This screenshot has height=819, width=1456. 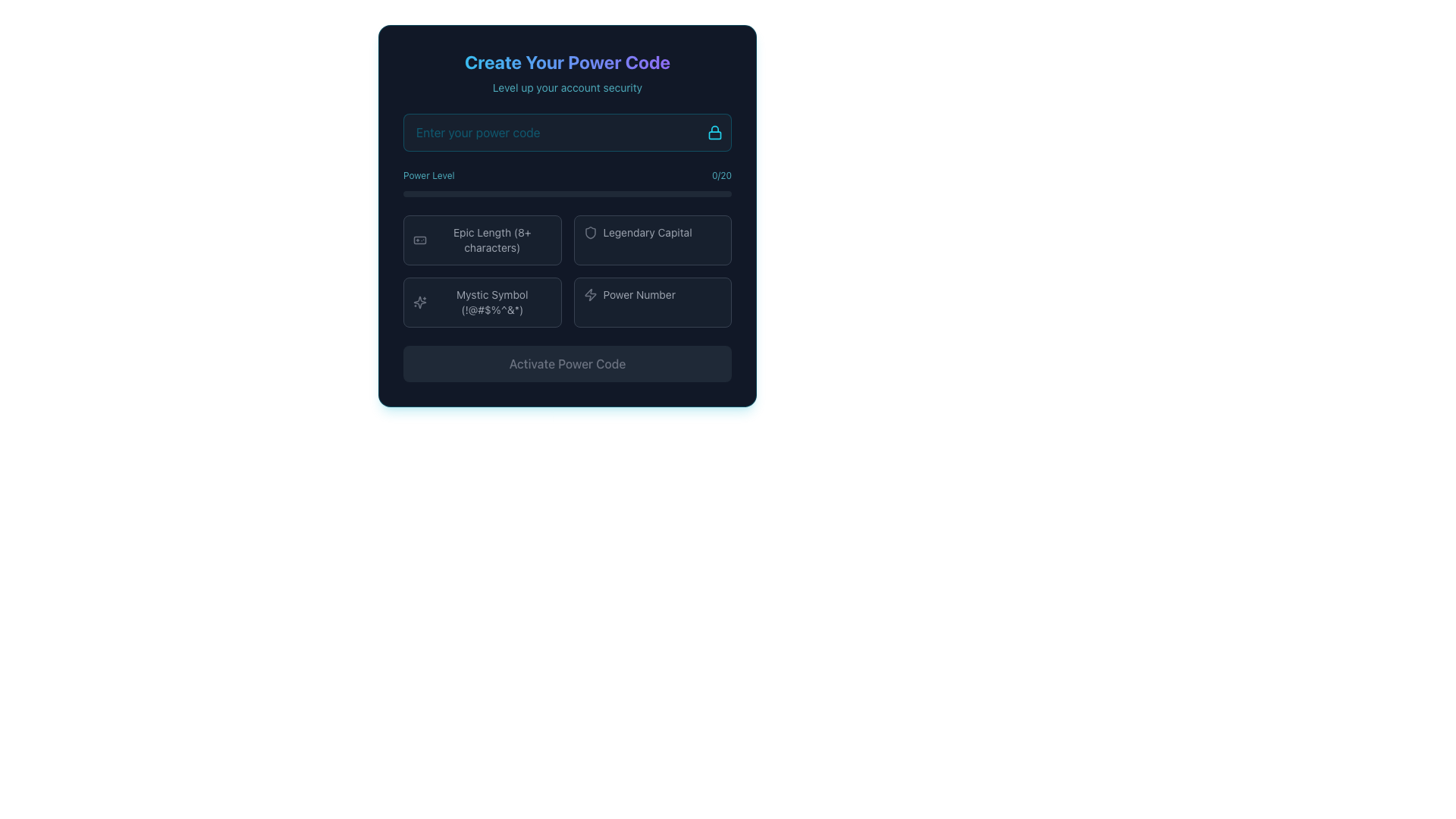 I want to click on the small cyan lock icon button located at the rightmost end of the password input field within the 'Create Your Power Code' interface, so click(x=714, y=131).